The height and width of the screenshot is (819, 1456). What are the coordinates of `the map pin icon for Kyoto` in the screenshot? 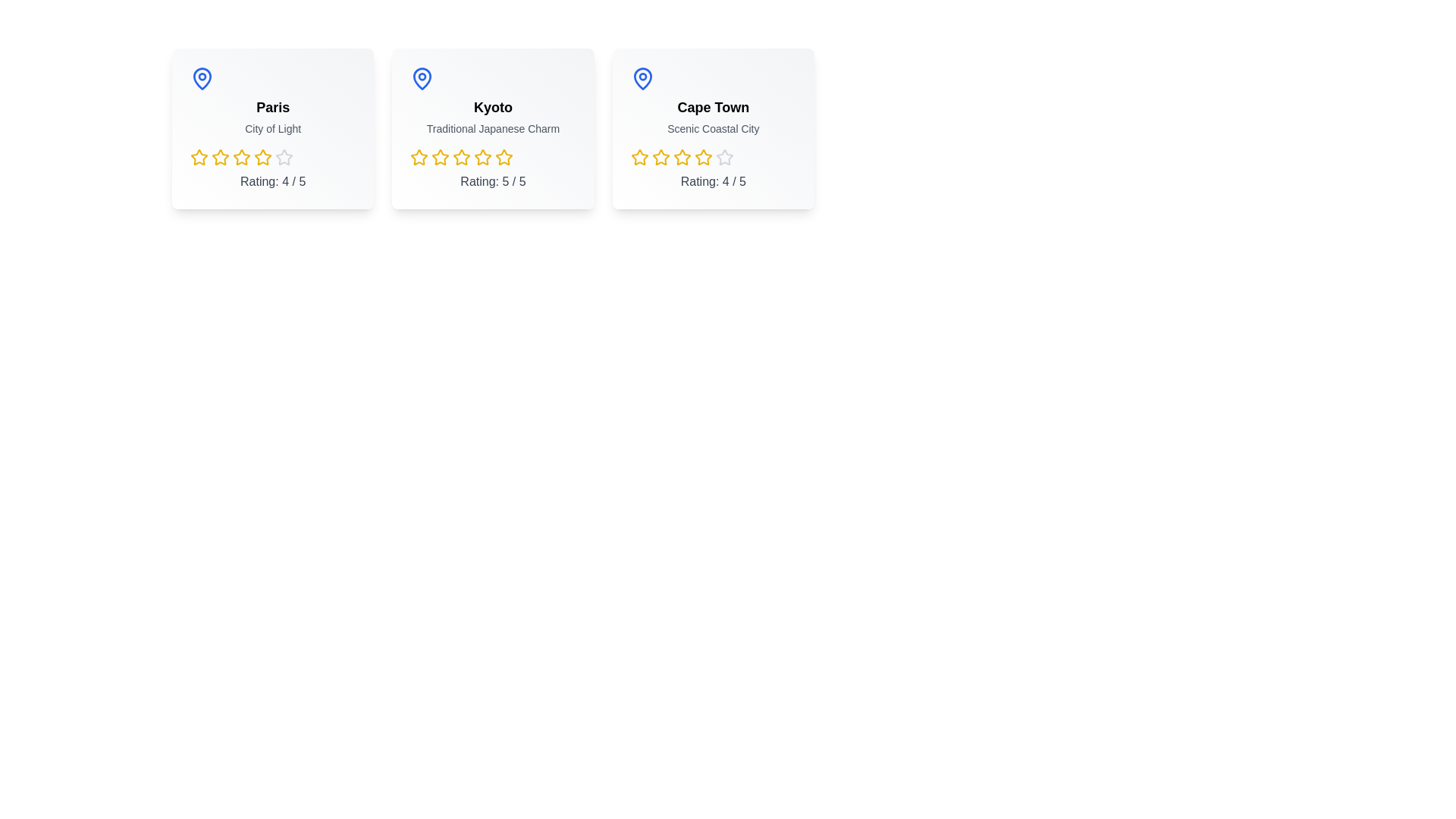 It's located at (422, 79).